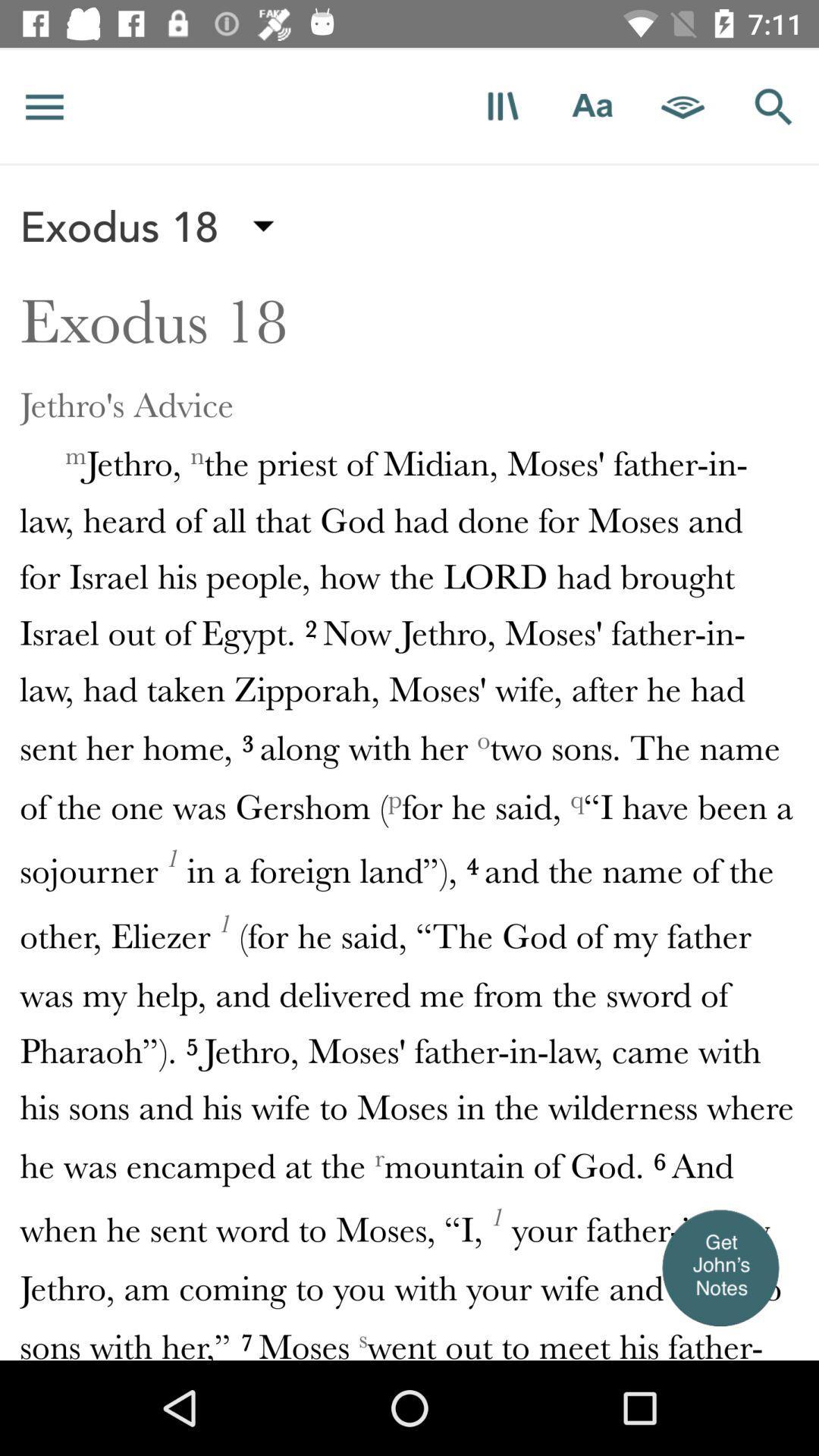  Describe the element at coordinates (502, 105) in the screenshot. I see `read scripture` at that location.